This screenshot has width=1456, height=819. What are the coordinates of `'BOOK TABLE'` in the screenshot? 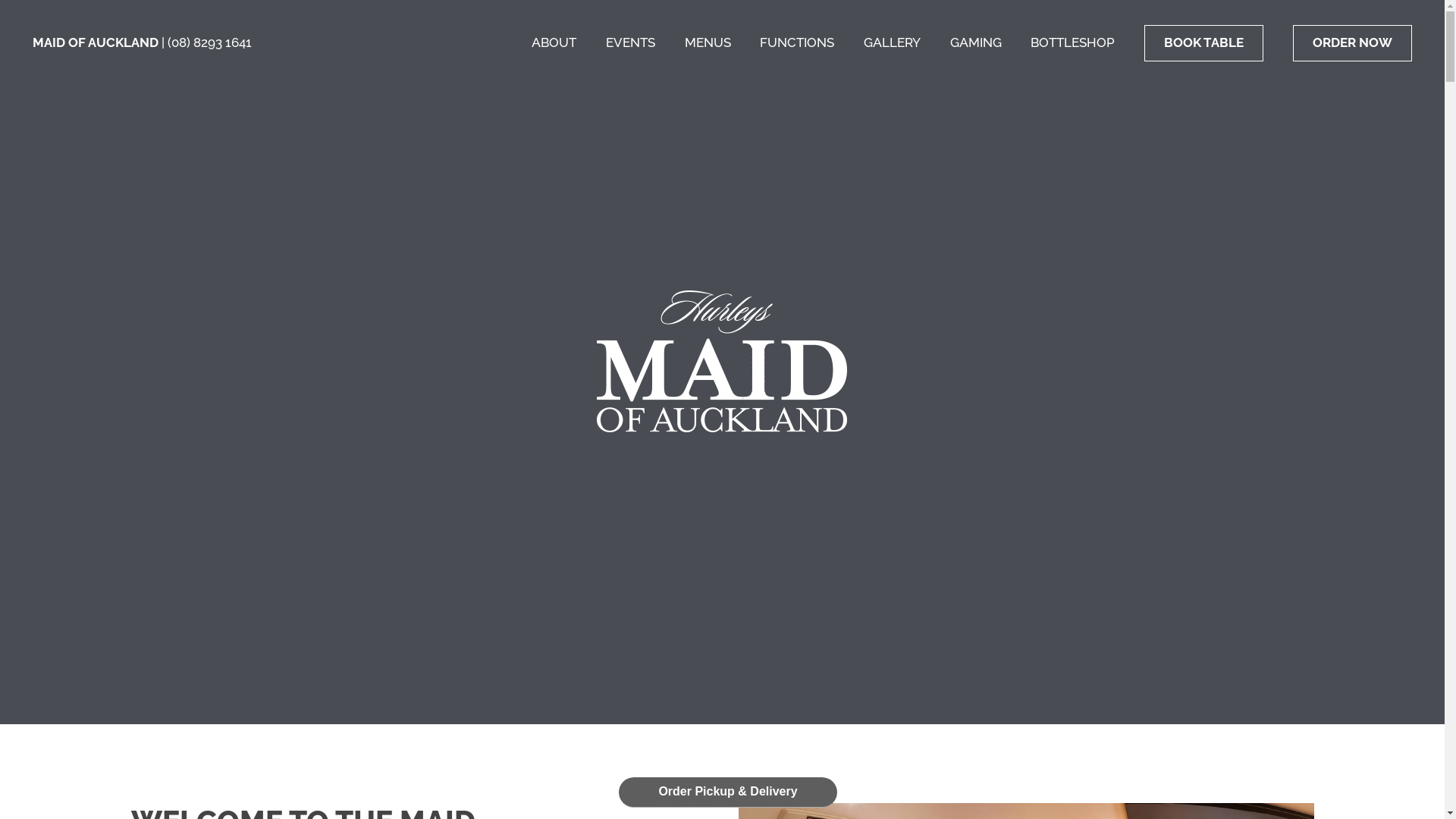 It's located at (1203, 42).